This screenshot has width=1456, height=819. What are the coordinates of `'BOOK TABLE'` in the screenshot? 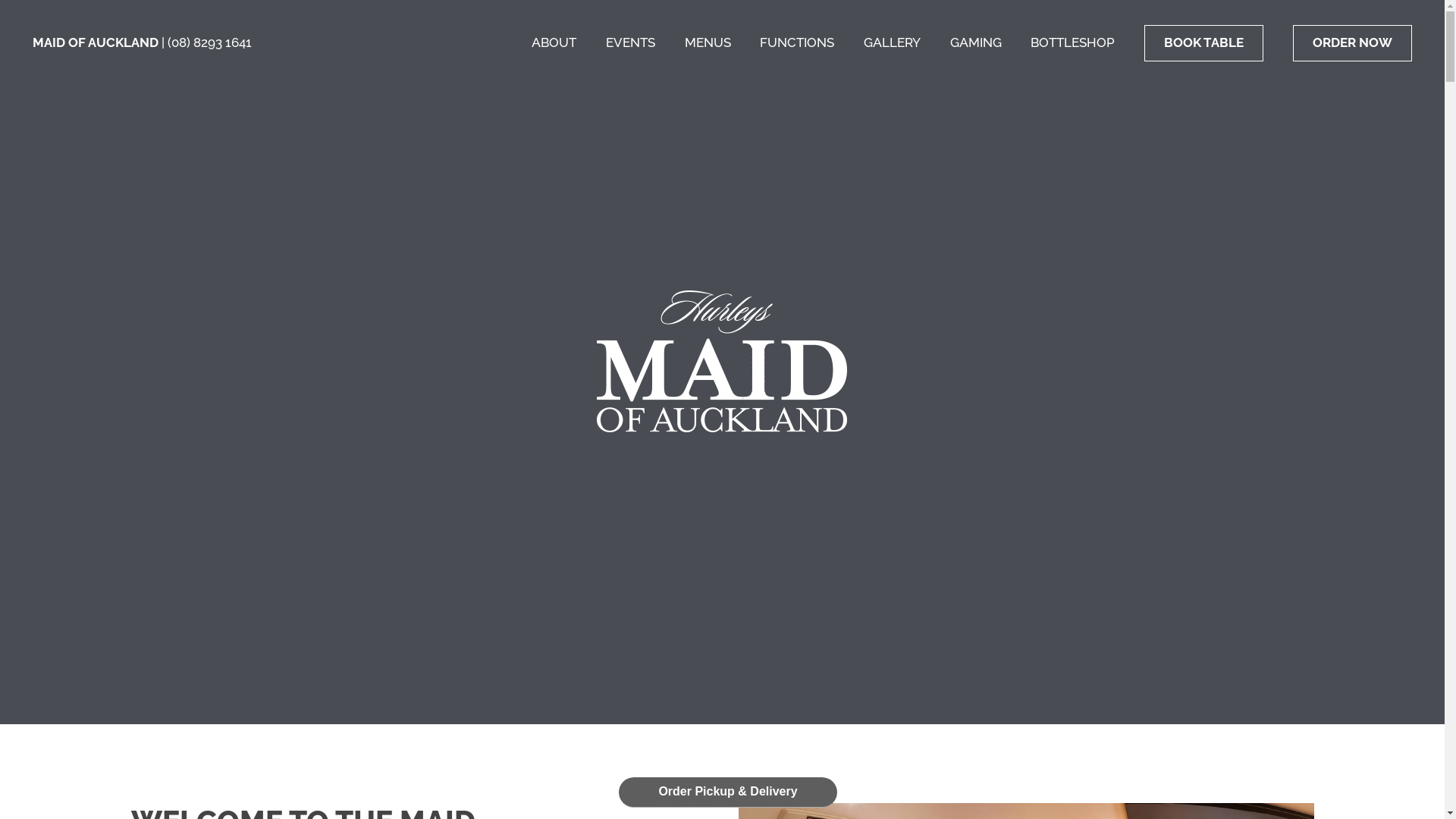 It's located at (1203, 42).